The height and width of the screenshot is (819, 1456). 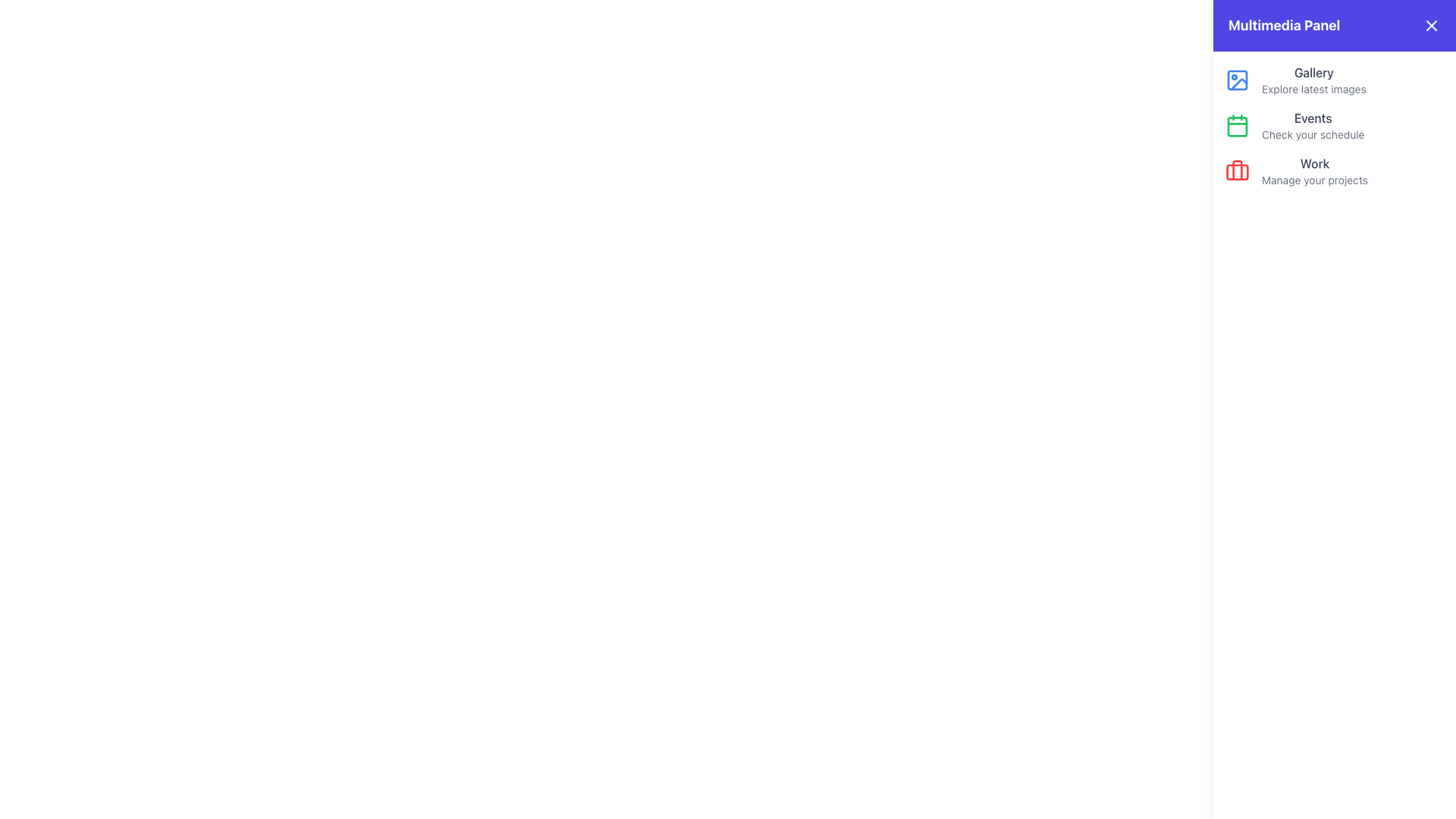 I want to click on the third list item in the Multimedia Panel that contains a red briefcase icon and the text 'Work', so click(x=1335, y=171).